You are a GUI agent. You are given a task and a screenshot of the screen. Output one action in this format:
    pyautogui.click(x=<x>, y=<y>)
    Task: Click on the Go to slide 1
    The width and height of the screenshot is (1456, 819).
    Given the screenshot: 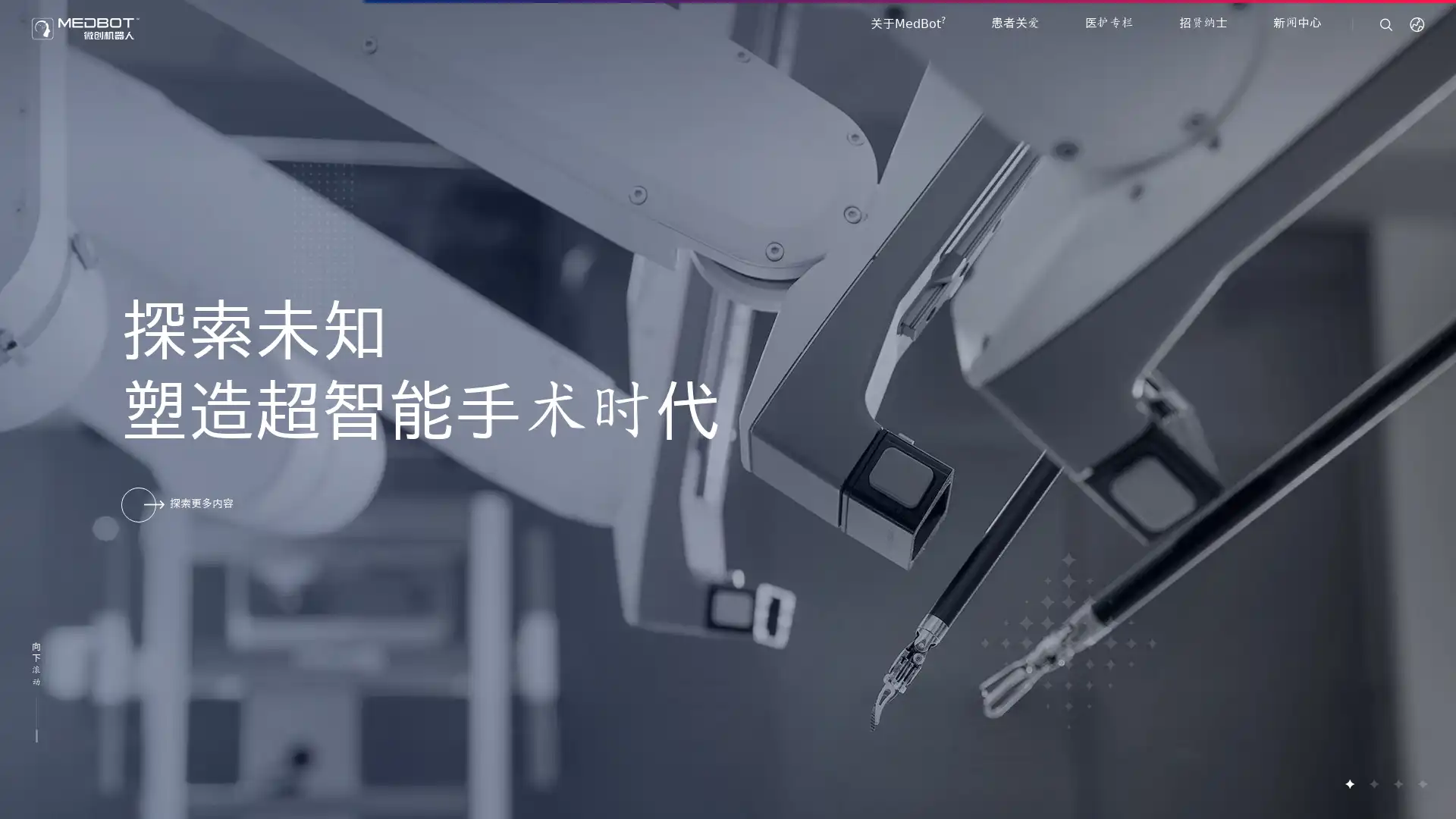 What is the action you would take?
    pyautogui.click(x=1349, y=783)
    